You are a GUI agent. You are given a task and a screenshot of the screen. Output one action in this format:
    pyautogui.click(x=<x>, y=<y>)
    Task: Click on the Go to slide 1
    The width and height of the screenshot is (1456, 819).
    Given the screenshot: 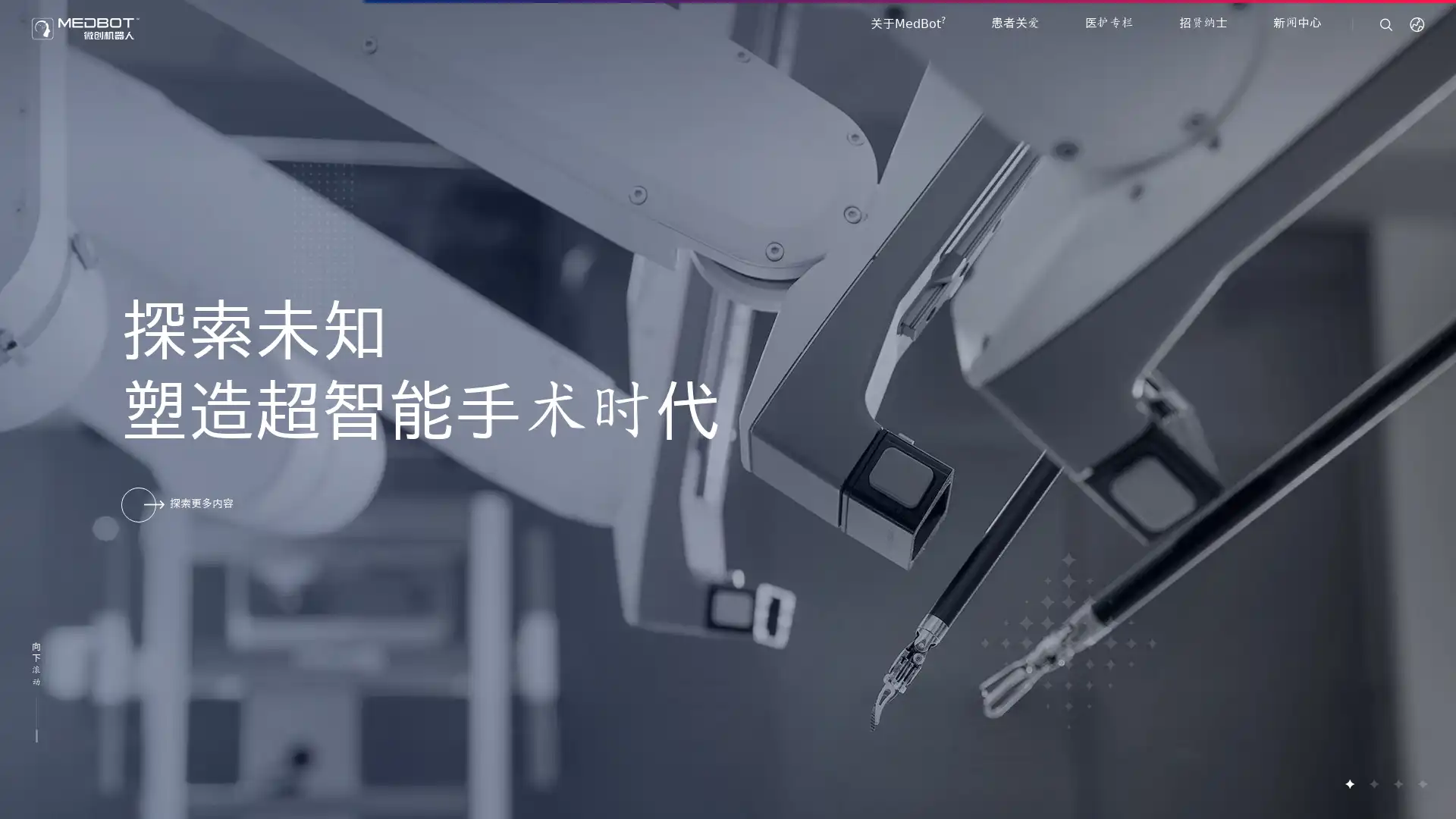 What is the action you would take?
    pyautogui.click(x=1349, y=783)
    